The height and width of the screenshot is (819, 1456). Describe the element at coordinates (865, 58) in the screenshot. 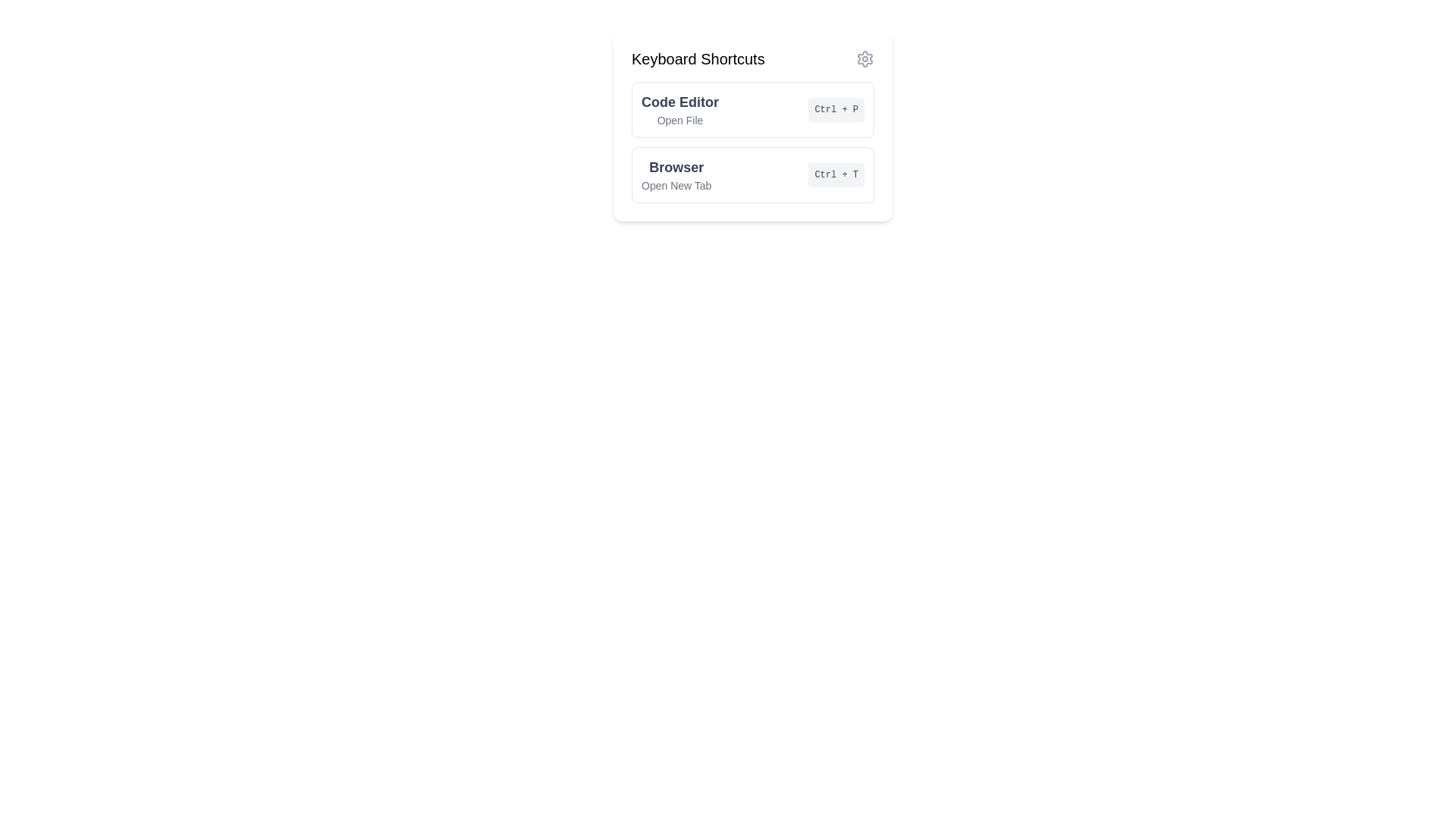

I see `the Settings icon, which is a gray gear icon located on the right side of the header bar titled 'Keyboard Shortcuts'` at that location.